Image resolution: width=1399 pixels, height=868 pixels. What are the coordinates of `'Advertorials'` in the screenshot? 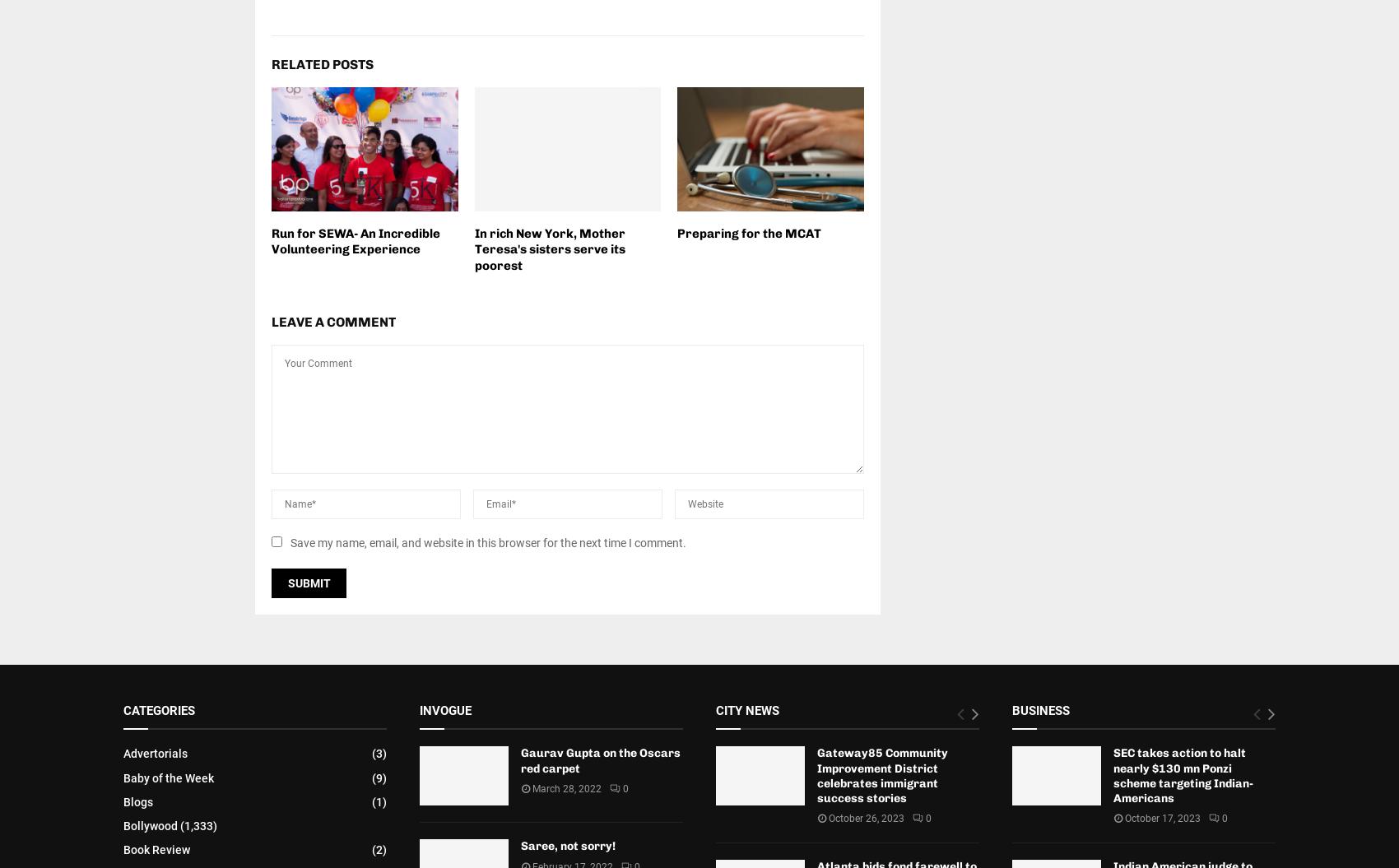 It's located at (155, 752).